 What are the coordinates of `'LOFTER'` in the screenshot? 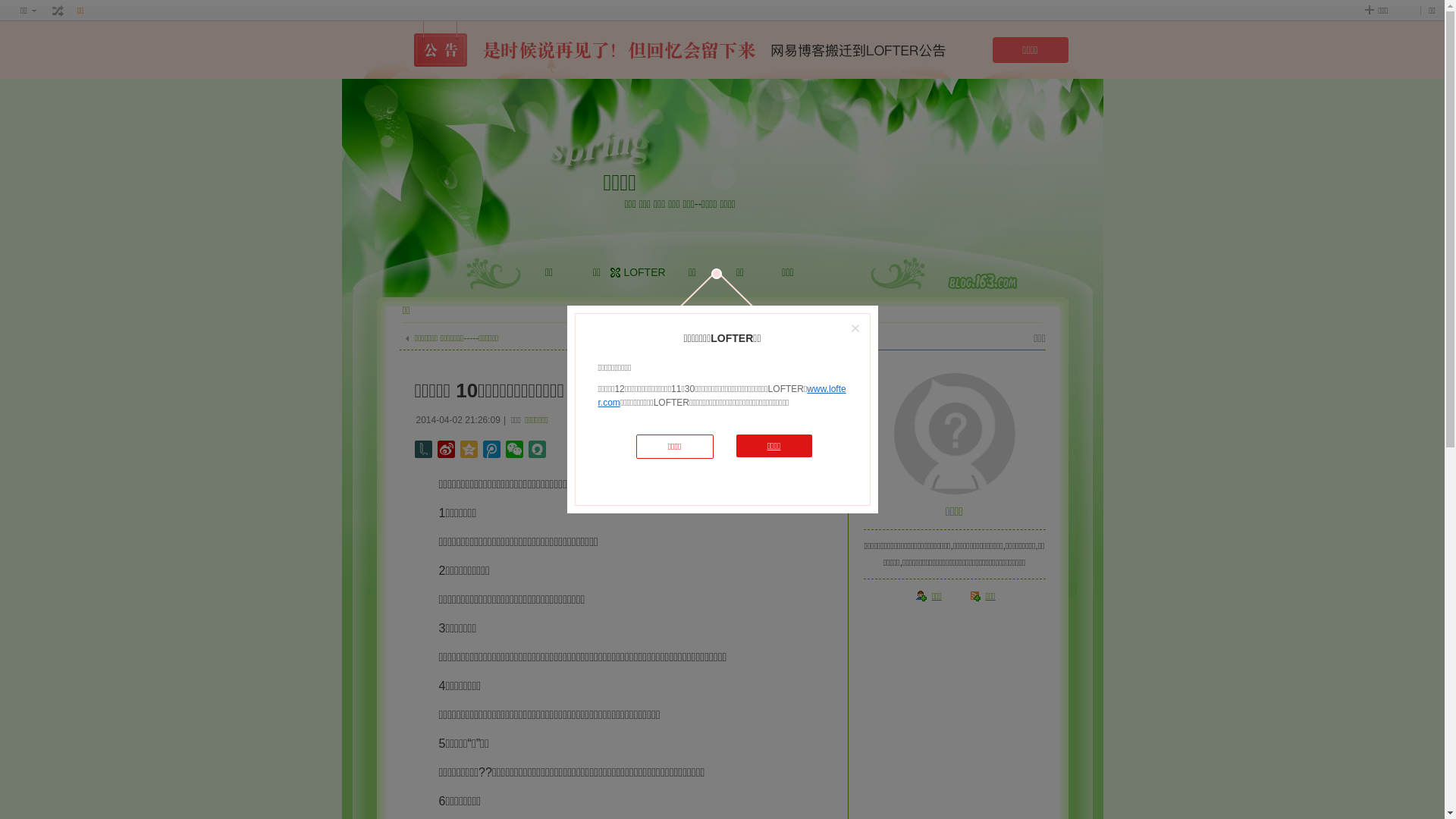 It's located at (644, 271).